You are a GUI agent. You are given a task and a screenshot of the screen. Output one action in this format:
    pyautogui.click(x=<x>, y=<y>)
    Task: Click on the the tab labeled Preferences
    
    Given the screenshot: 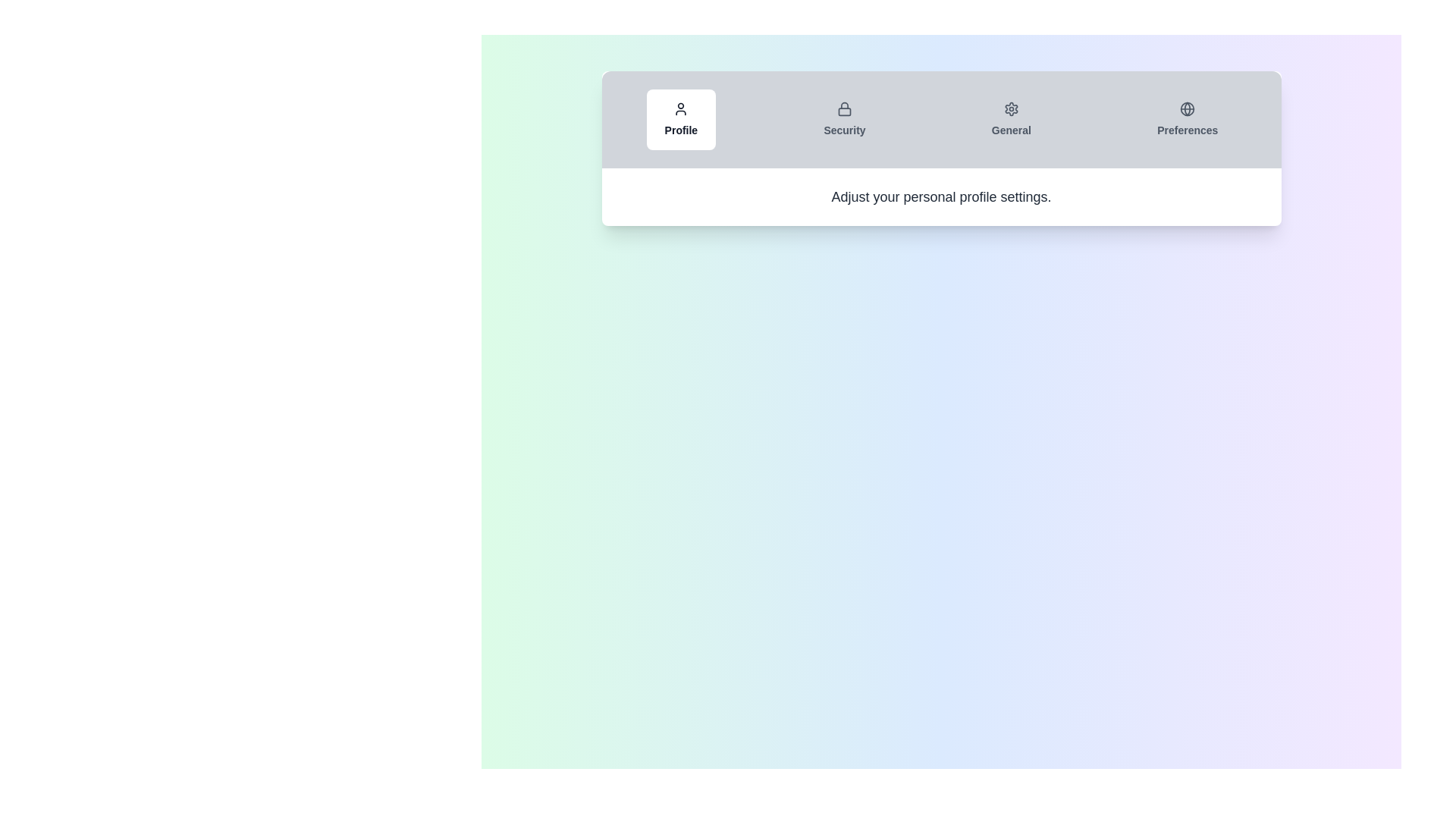 What is the action you would take?
    pyautogui.click(x=1187, y=119)
    